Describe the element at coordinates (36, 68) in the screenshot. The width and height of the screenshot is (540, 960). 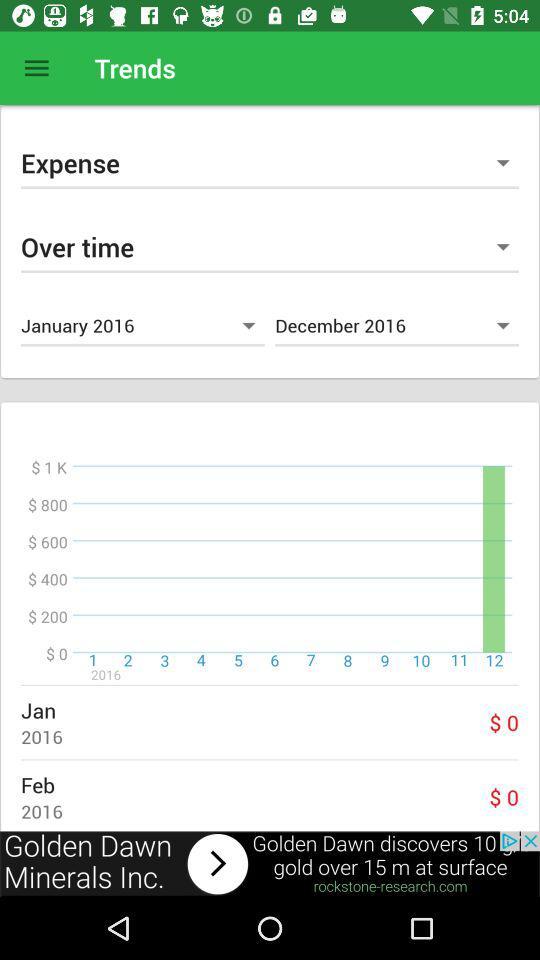
I see `open menu` at that location.